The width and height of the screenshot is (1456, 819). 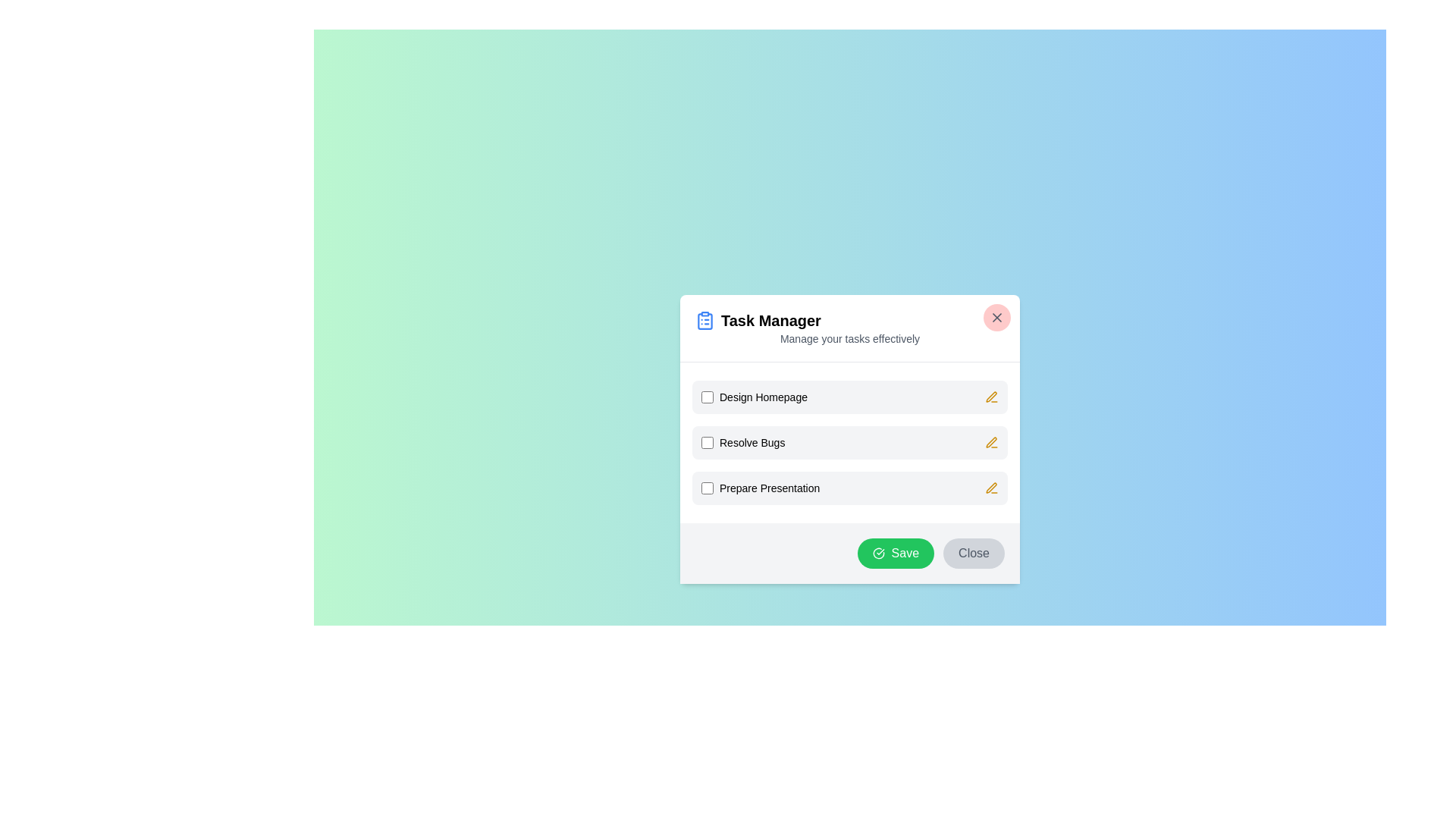 What do you see at coordinates (997, 316) in the screenshot?
I see `the 'X' icon in the top-right corner of the 'Task Manager' window` at bounding box center [997, 316].